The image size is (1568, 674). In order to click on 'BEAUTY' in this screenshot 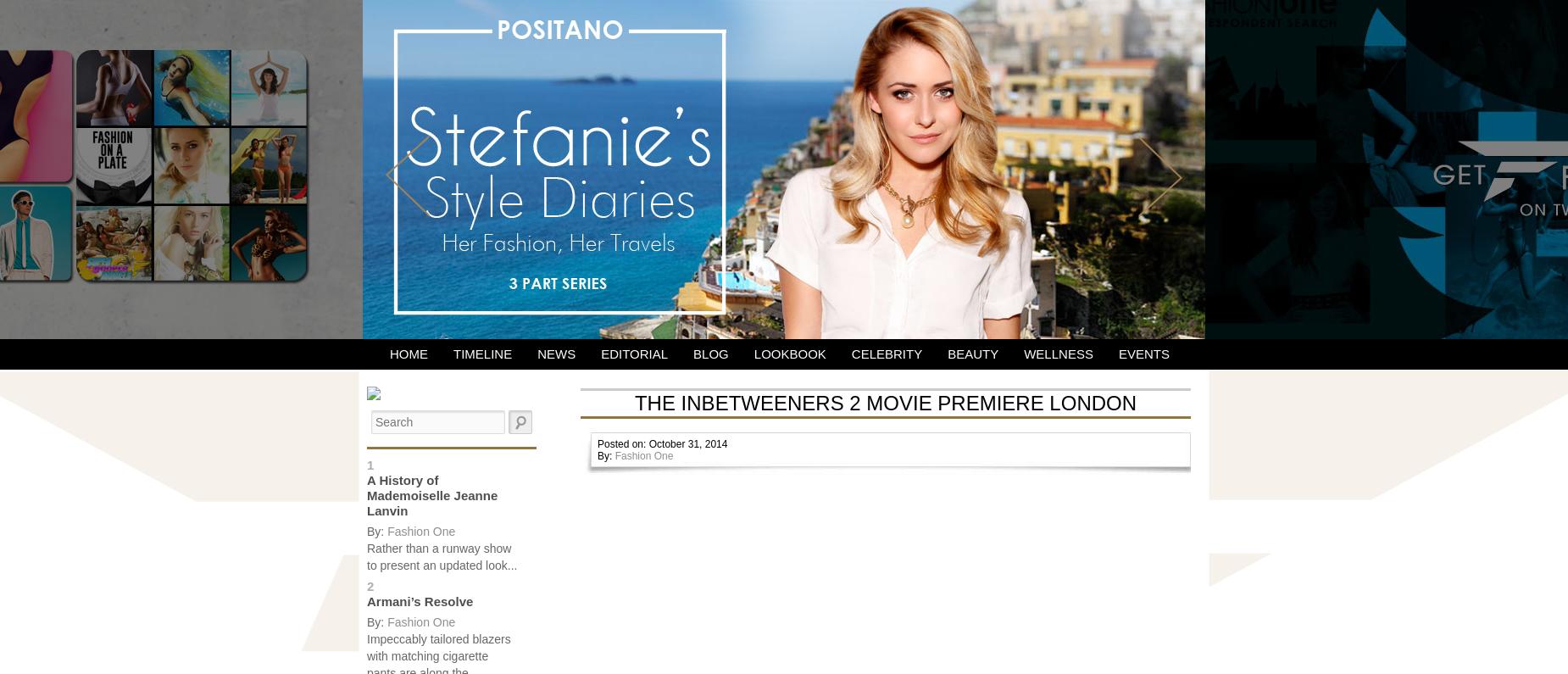, I will do `click(971, 354)`.